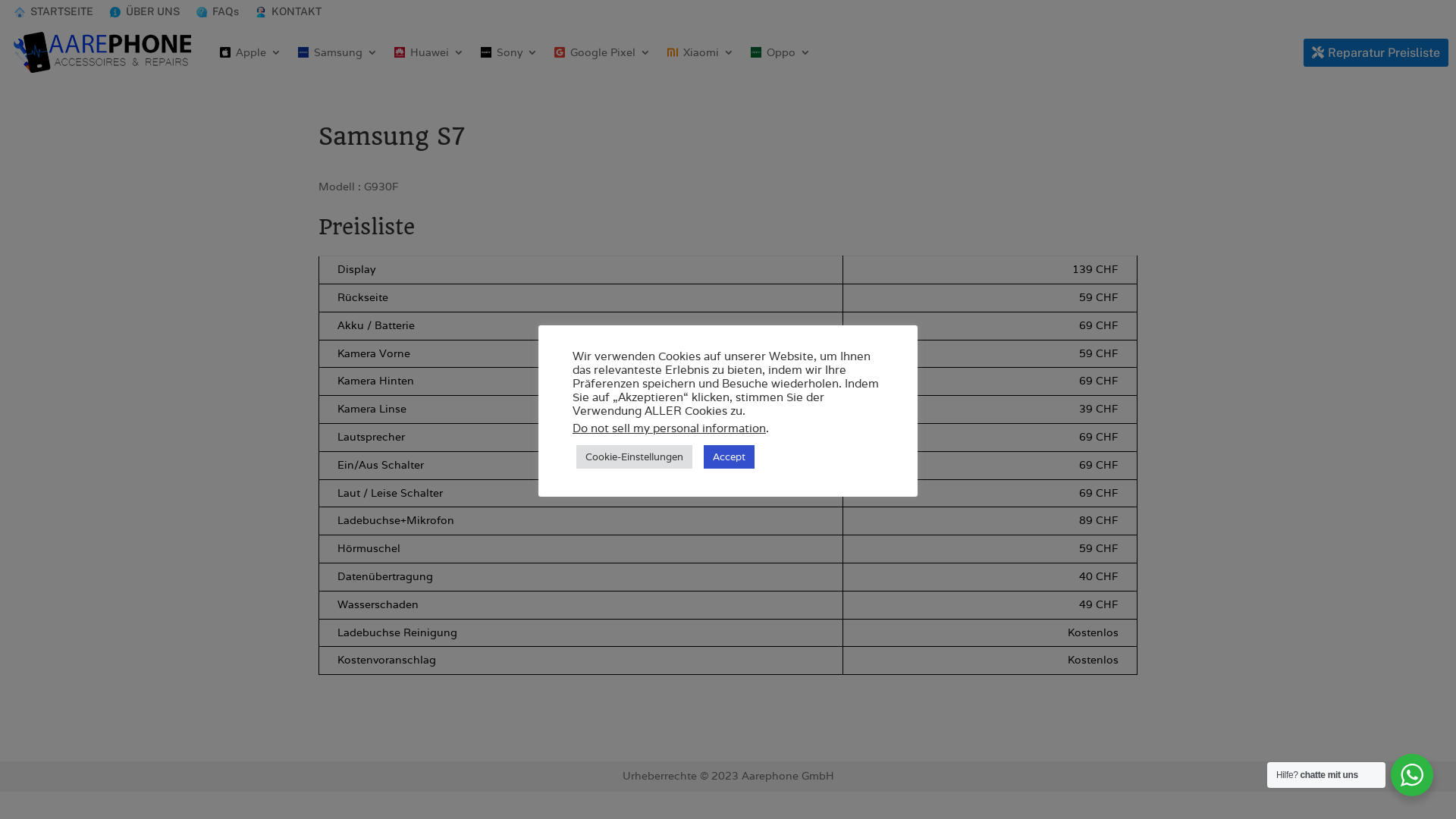 The image size is (1456, 819). Describe the element at coordinates (428, 52) in the screenshot. I see `'Huawei'` at that location.